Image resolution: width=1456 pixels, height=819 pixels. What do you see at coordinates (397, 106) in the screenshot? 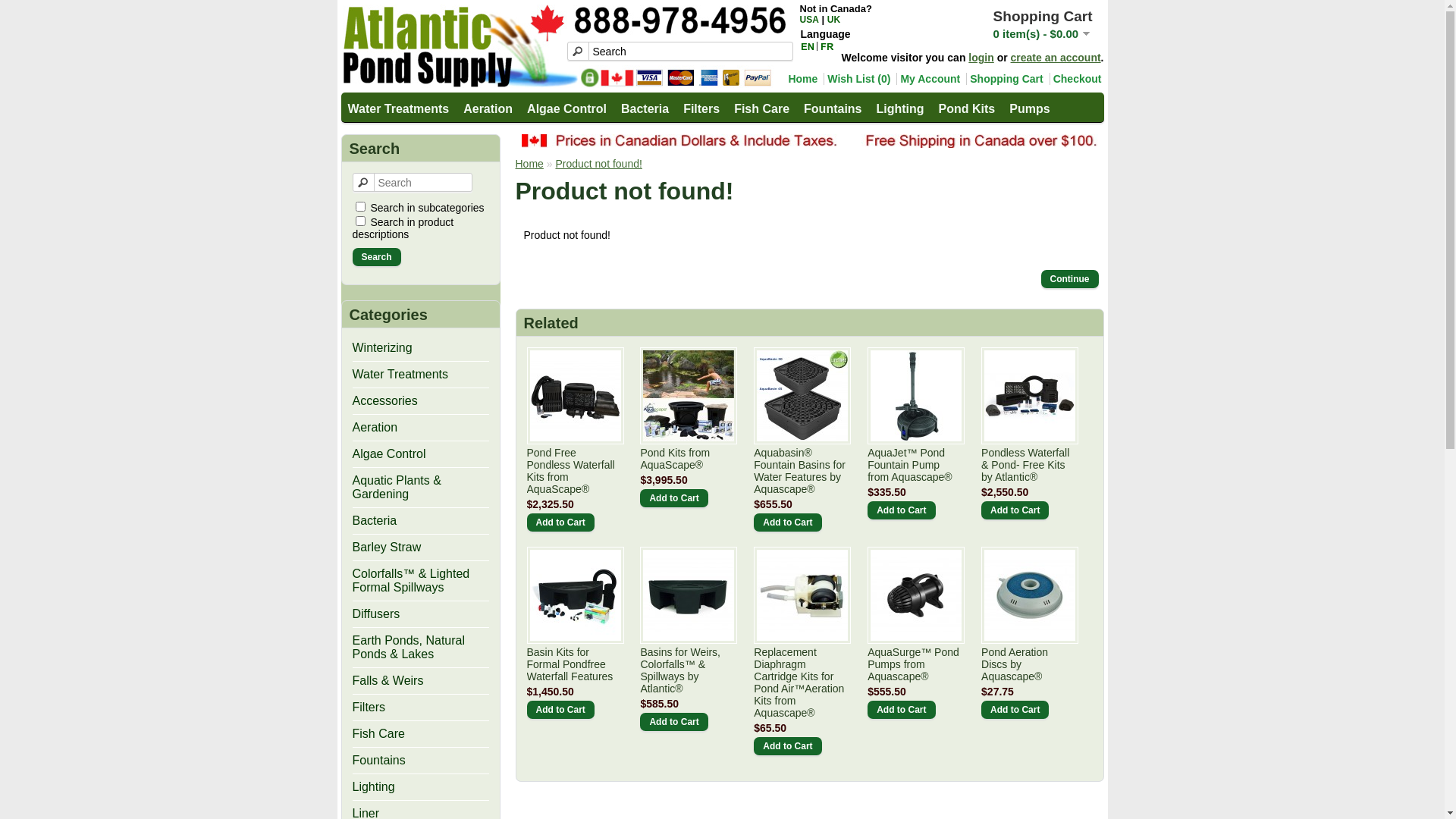
I see `'Water Treatments'` at bounding box center [397, 106].